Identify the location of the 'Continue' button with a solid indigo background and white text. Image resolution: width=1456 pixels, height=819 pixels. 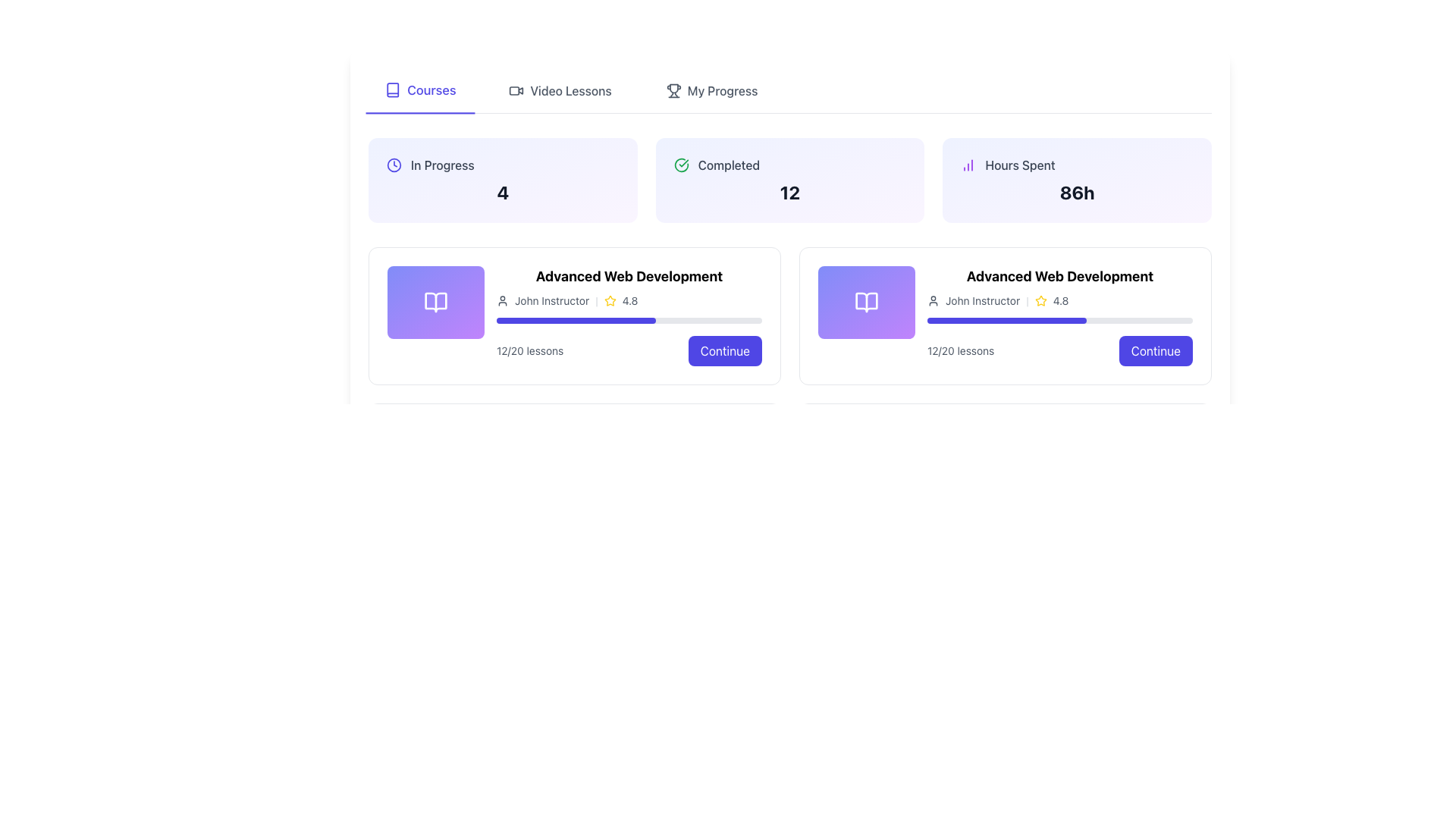
(1155, 350).